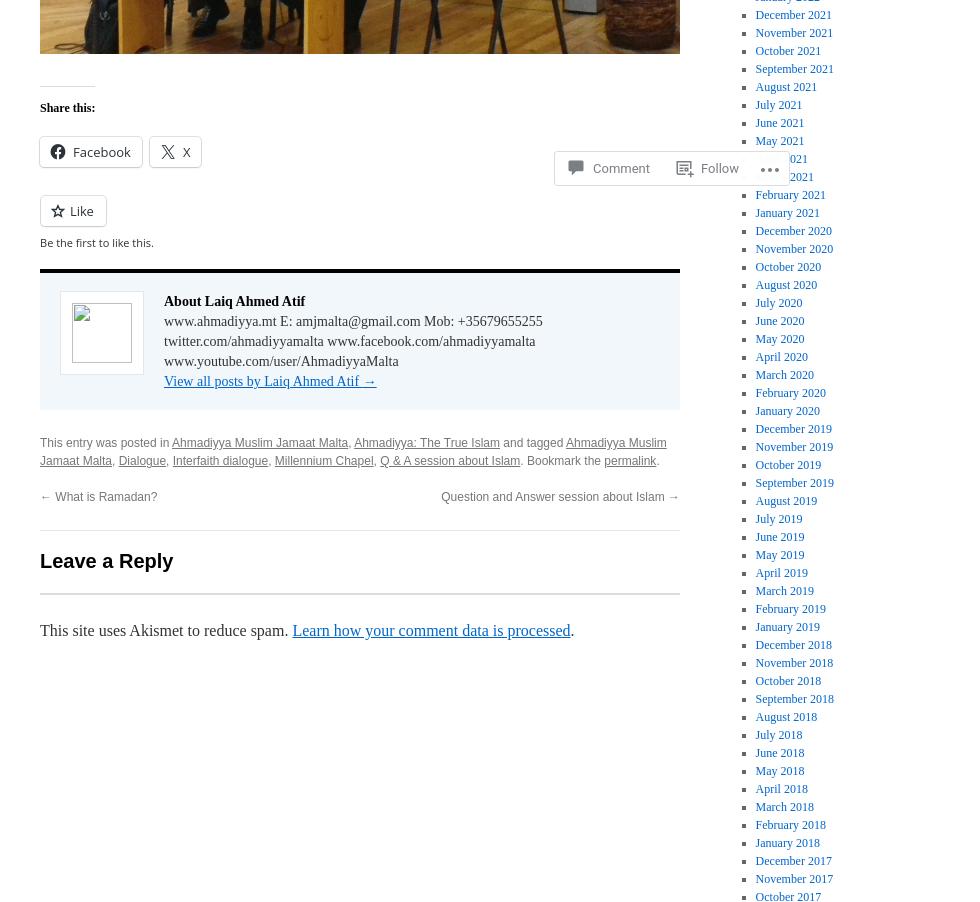 This screenshot has width=980, height=902. I want to click on 'Millennium Chapel', so click(323, 460).